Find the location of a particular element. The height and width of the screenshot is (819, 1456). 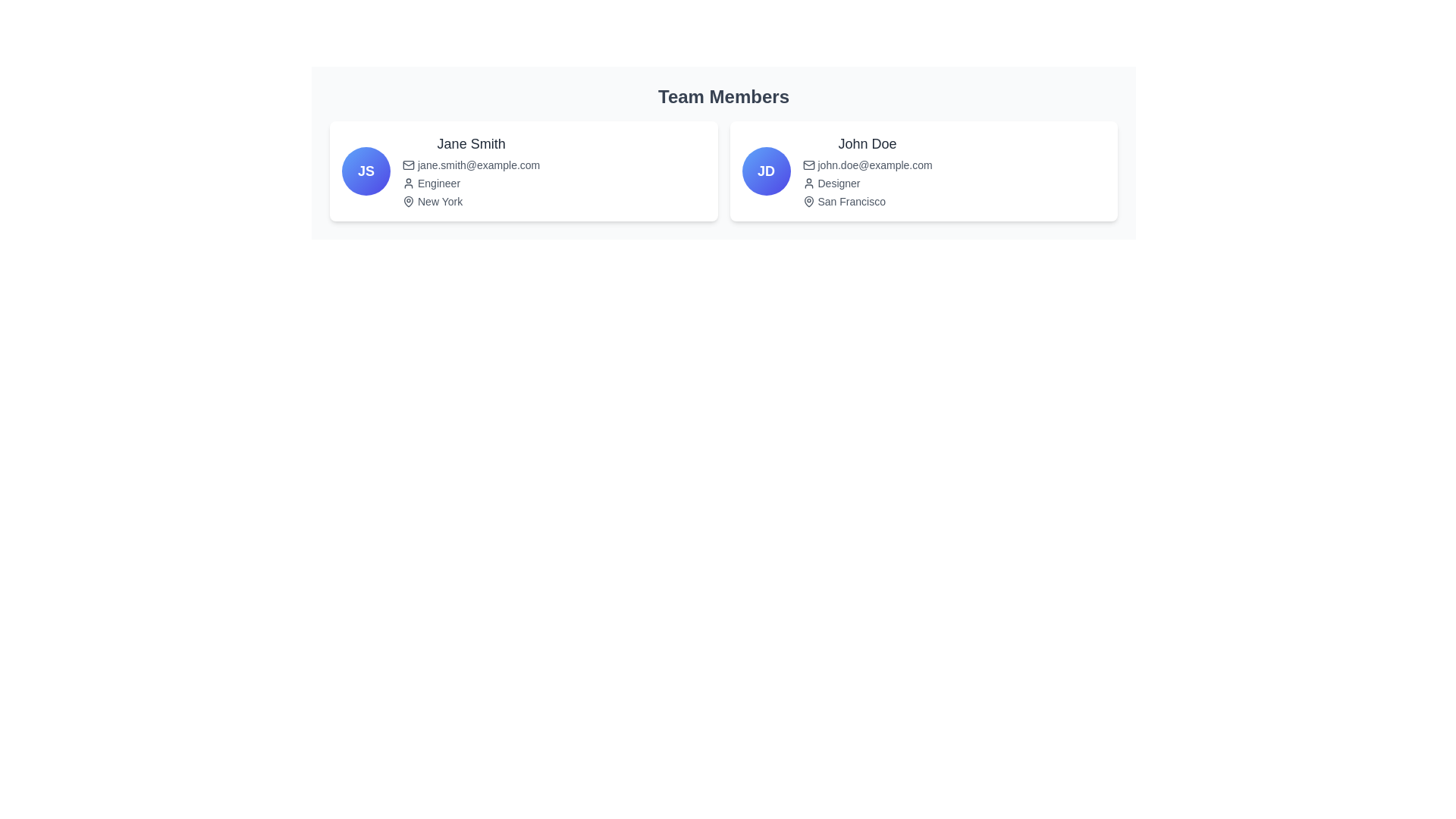

the context of the avatar or badge representing 'Jane Smith', located at the top-left corner of the profile information card is located at coordinates (366, 171).